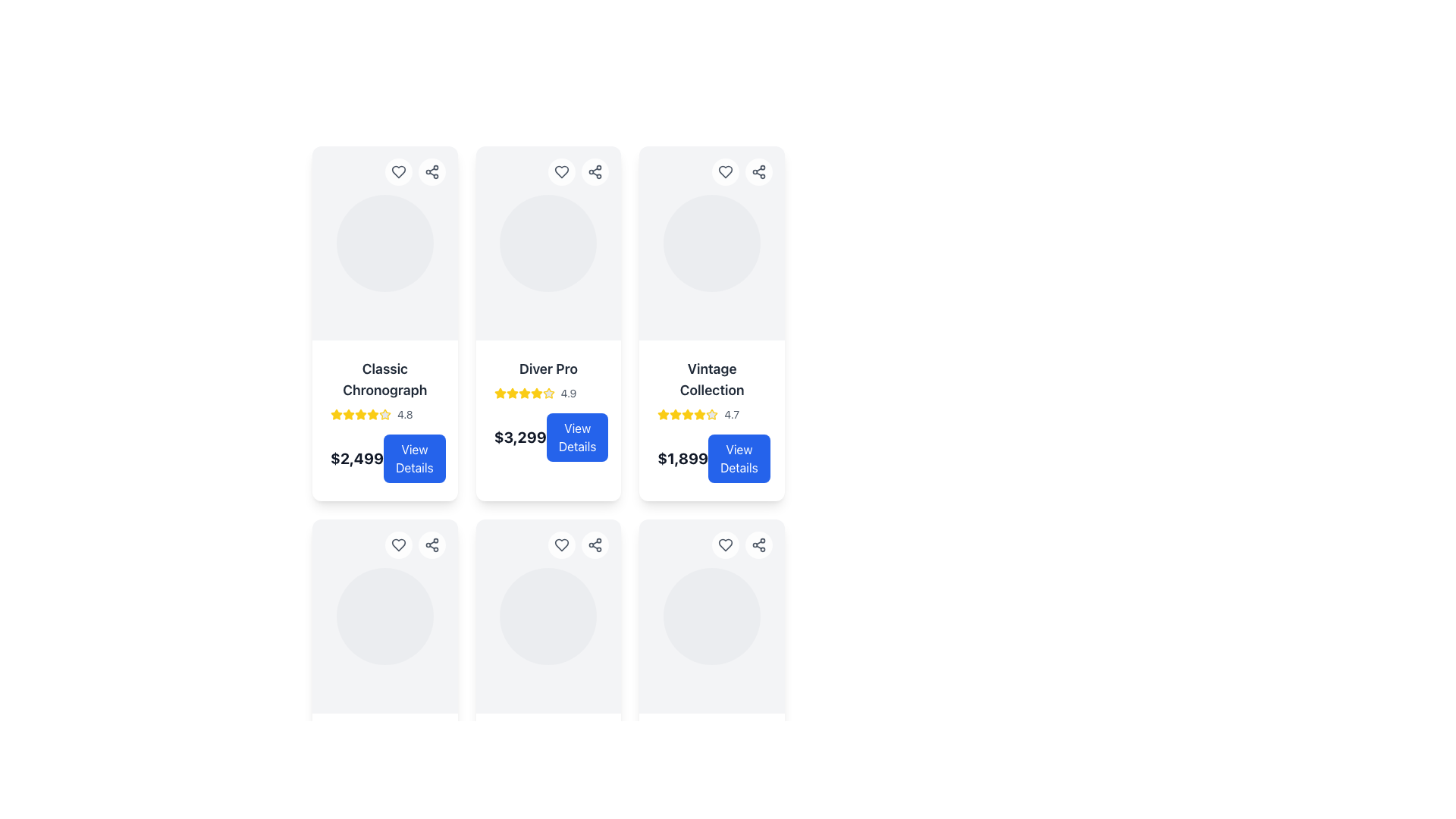 This screenshot has width=1456, height=819. Describe the element at coordinates (548, 409) in the screenshot. I see `the 'View Details' button on the 'Diver Pro' information card, which is the second card from the left in the top row of the grid displaying product information` at that location.